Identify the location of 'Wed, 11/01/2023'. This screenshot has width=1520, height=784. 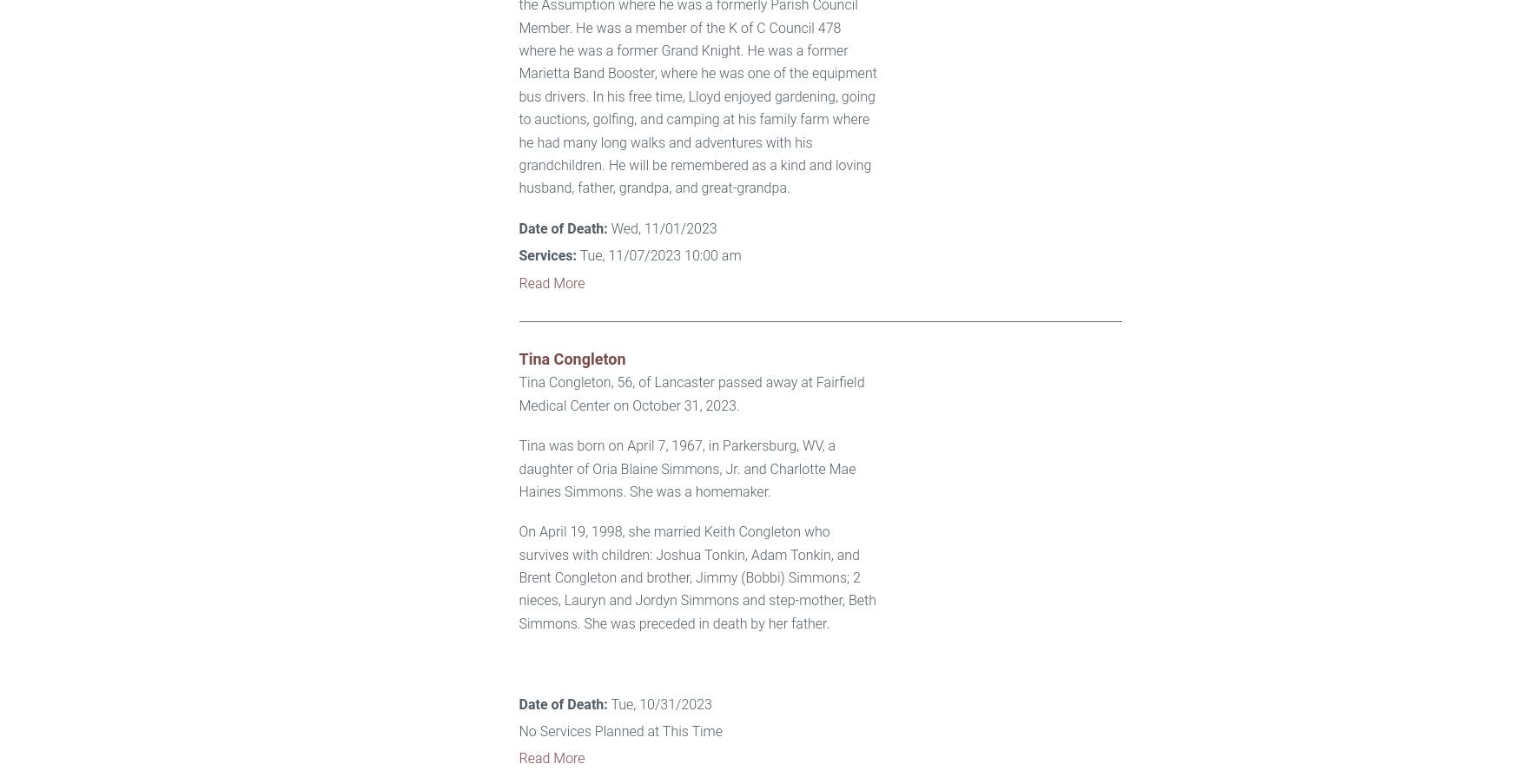
(660, 227).